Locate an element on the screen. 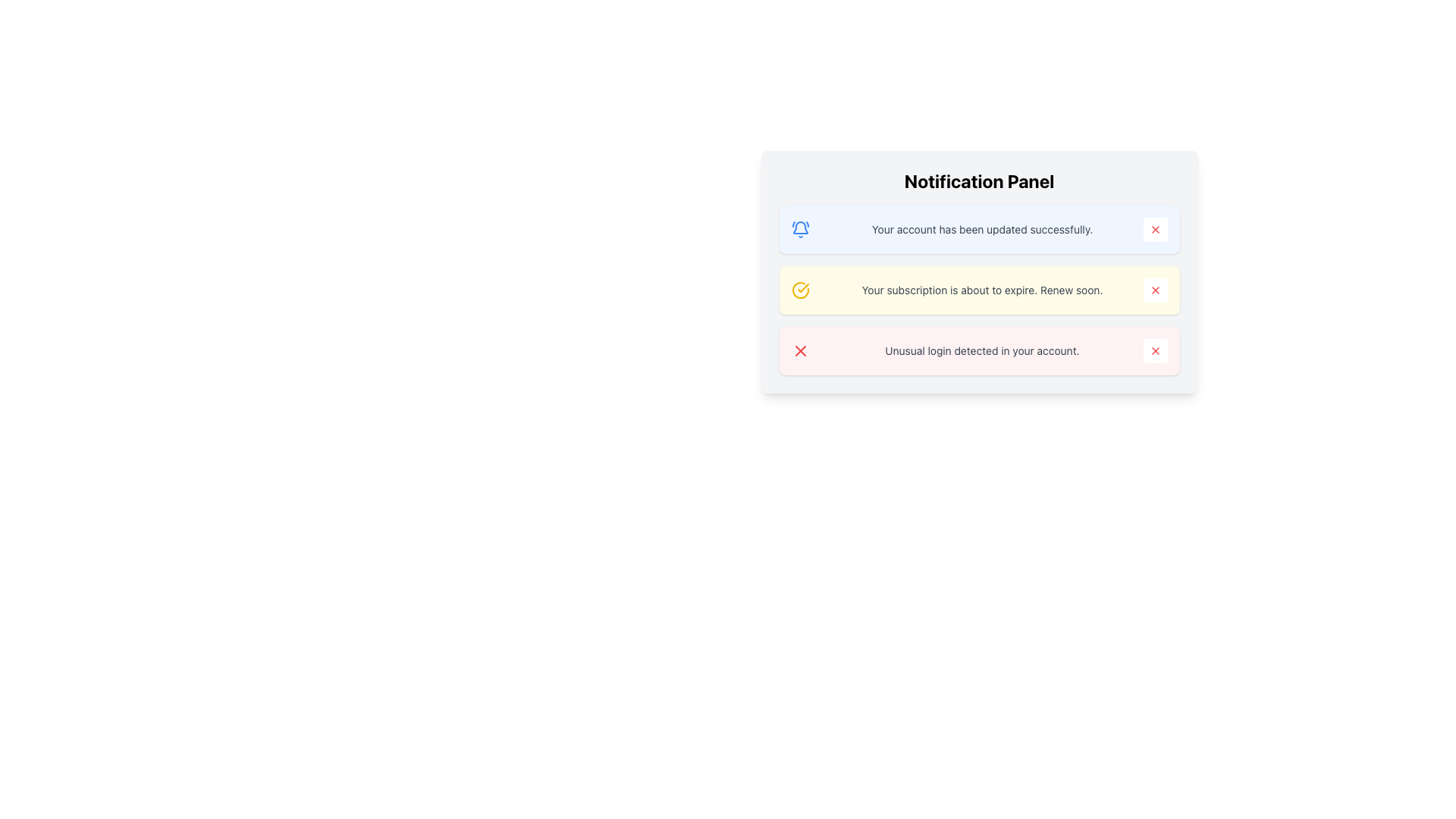  the bold and large-texted heading displaying 'Notification Panel' to focus on it is located at coordinates (979, 180).